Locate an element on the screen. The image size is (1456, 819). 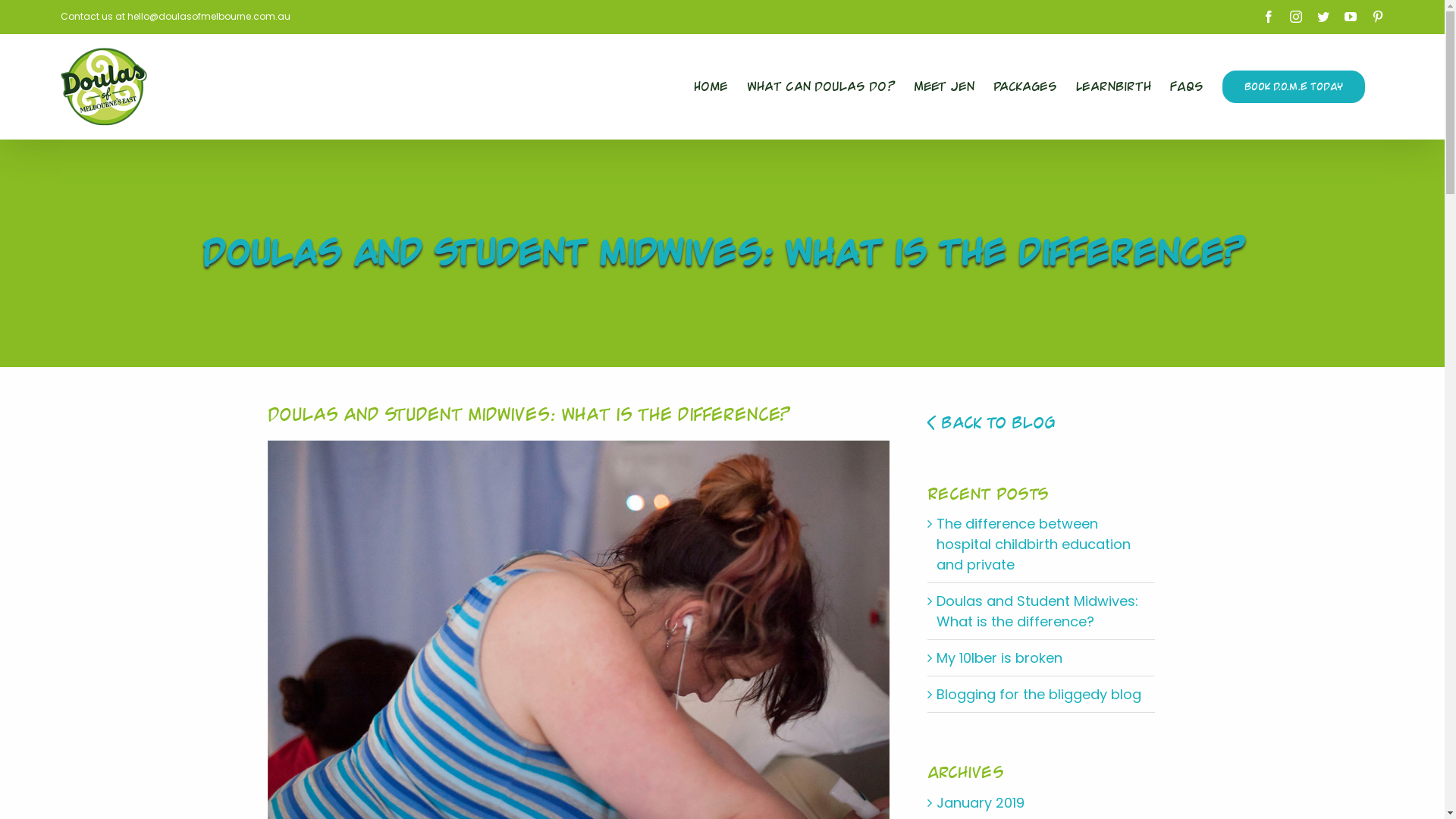
'January 2019' is located at coordinates (979, 802).